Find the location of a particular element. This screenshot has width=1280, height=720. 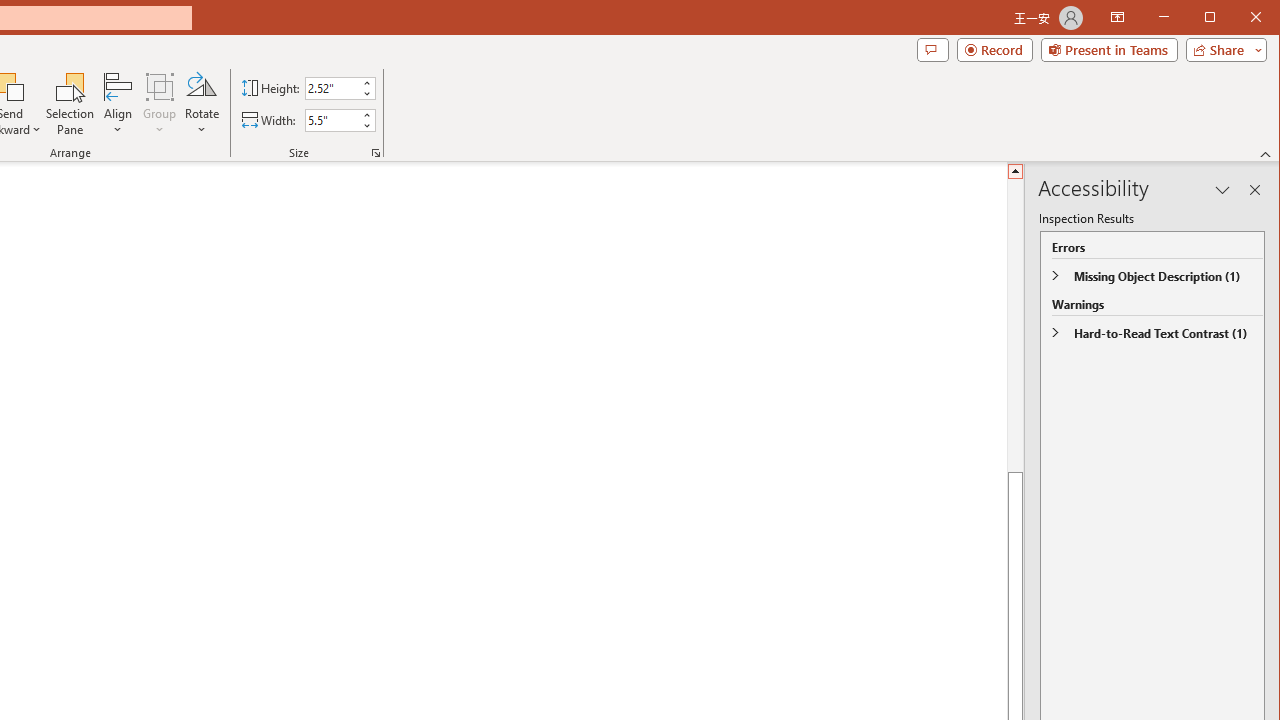

'Shape Height' is located at coordinates (332, 87).